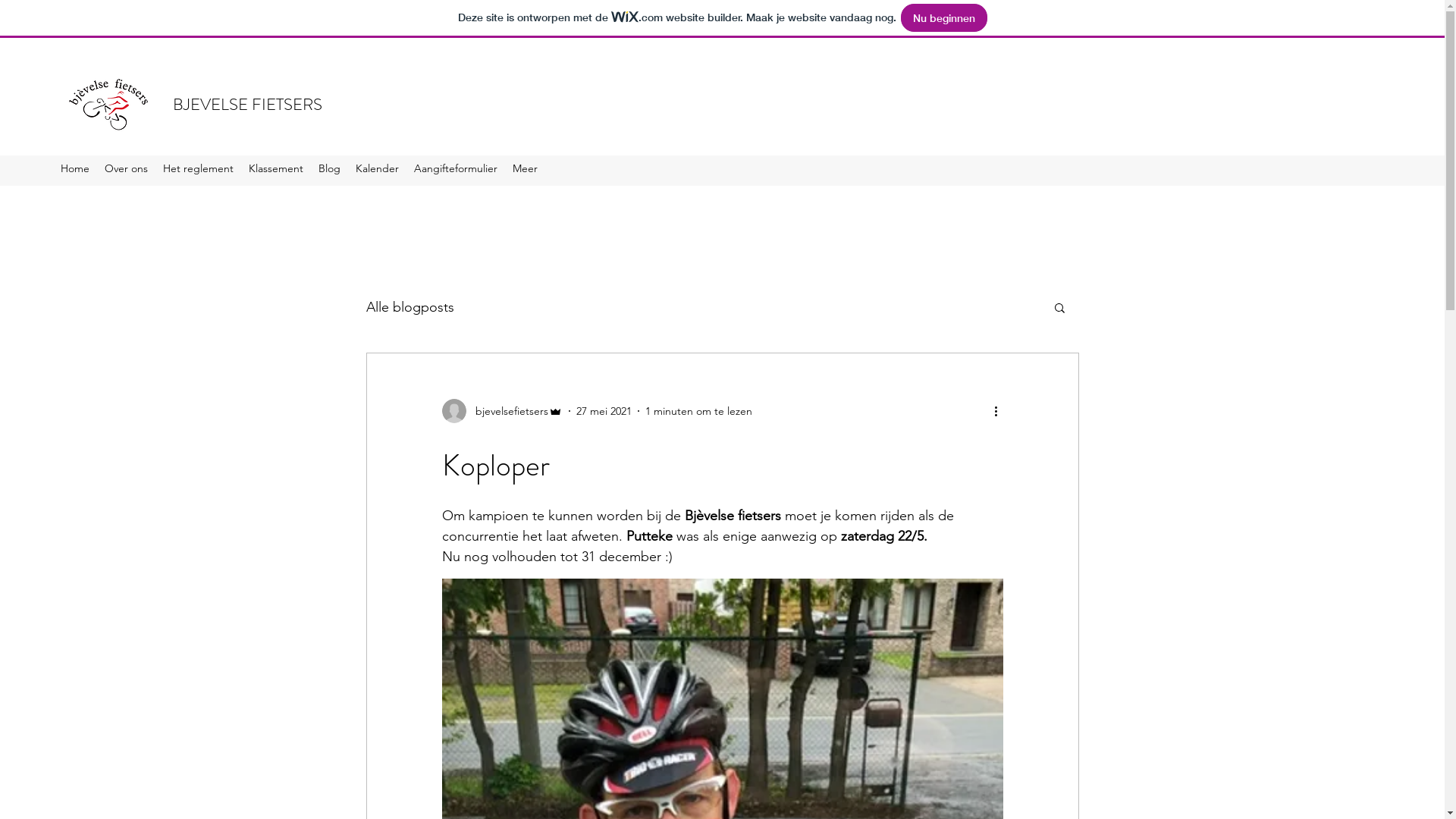  I want to click on 'Kalender', so click(377, 170).